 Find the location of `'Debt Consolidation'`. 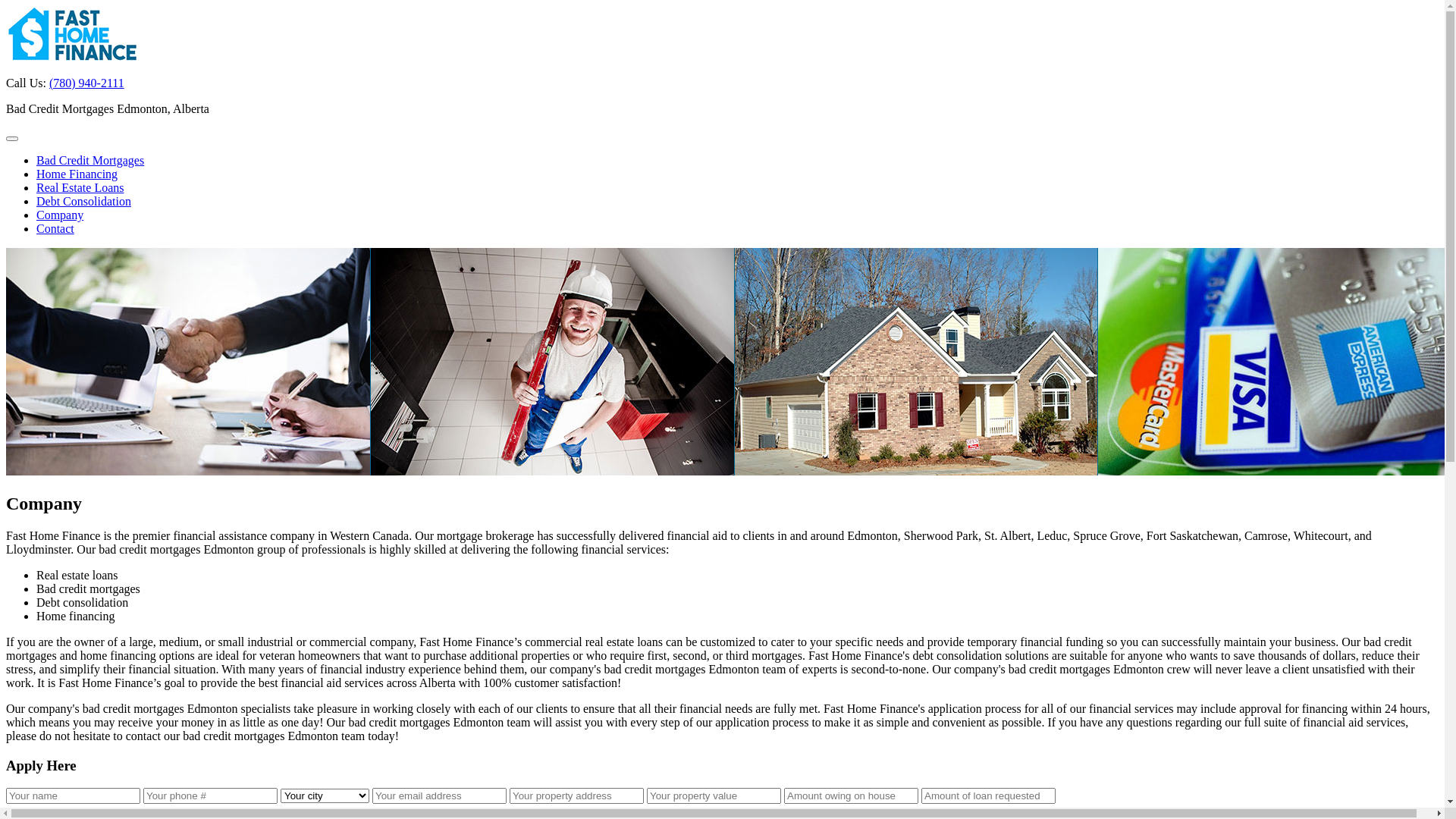

'Debt Consolidation' is located at coordinates (83, 200).